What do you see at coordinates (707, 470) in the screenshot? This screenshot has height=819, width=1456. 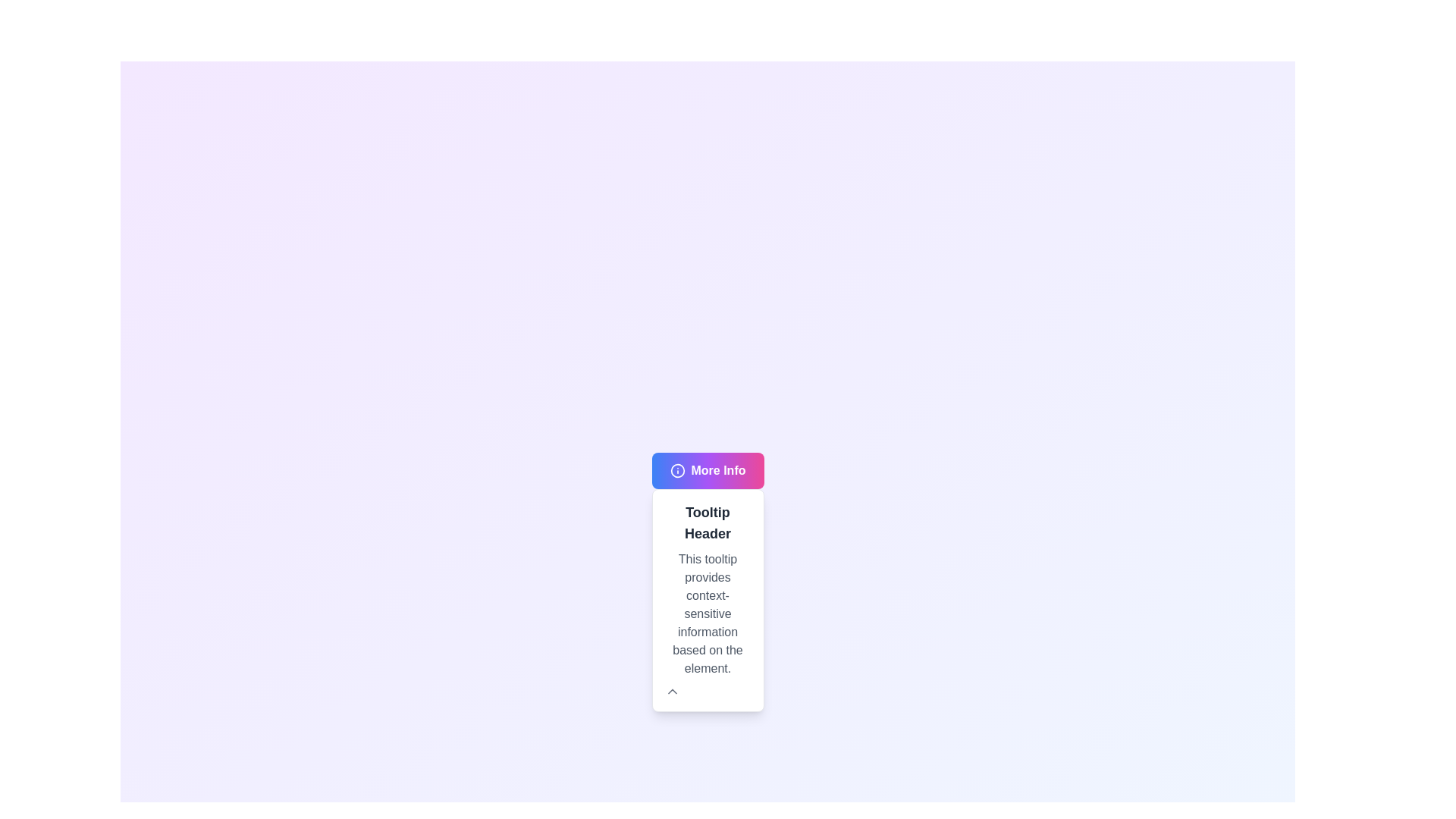 I see `the 'More Info' button` at bounding box center [707, 470].